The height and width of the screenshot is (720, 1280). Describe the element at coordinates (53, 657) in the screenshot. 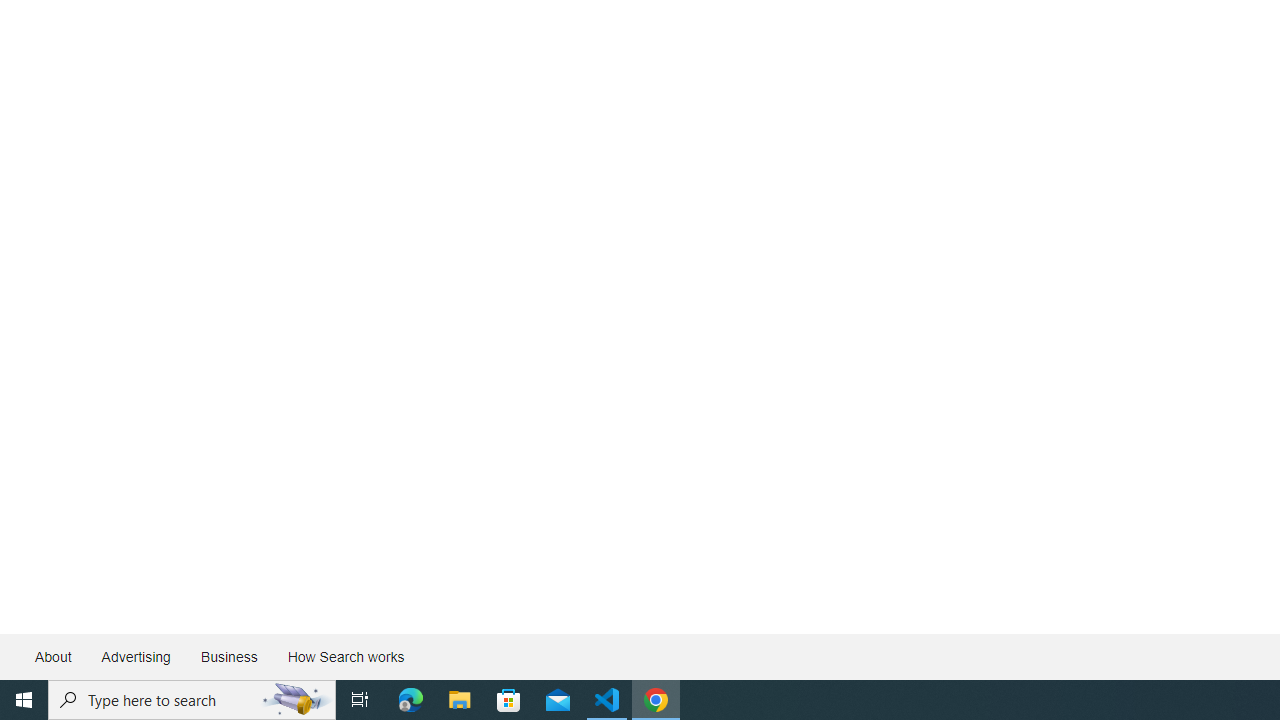

I see `'About'` at that location.